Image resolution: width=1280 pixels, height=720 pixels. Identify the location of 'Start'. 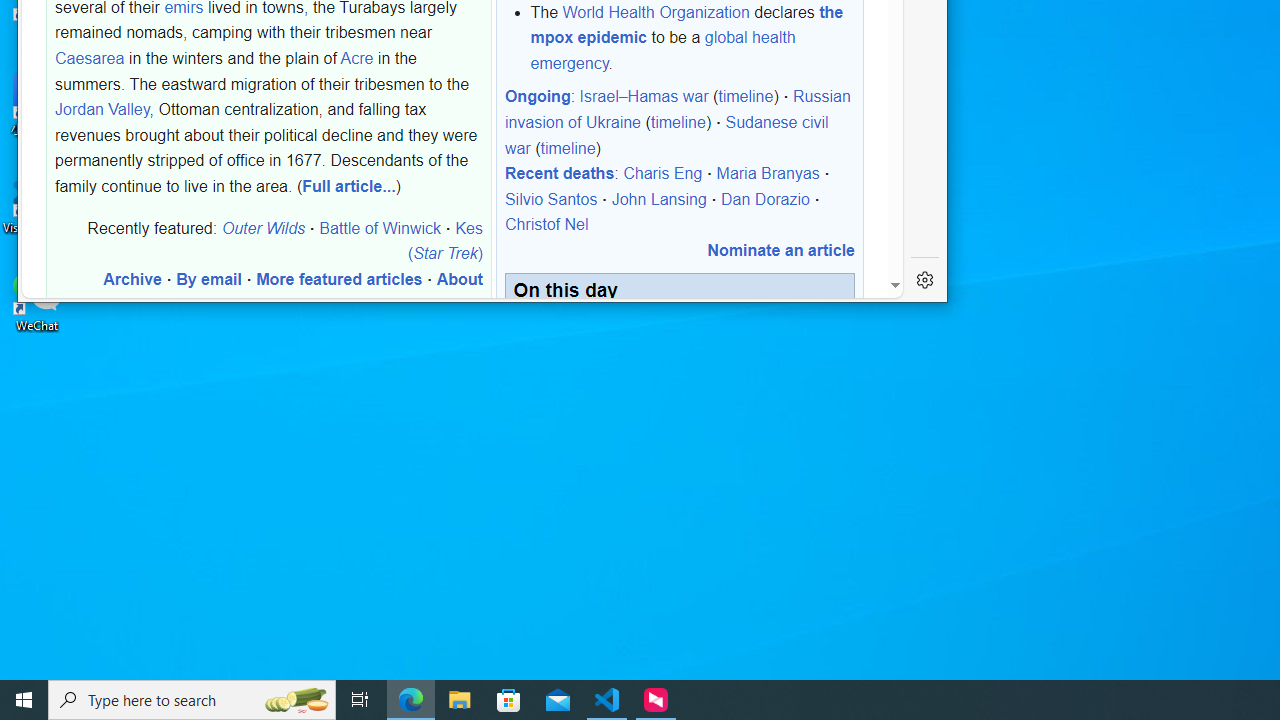
(24, 698).